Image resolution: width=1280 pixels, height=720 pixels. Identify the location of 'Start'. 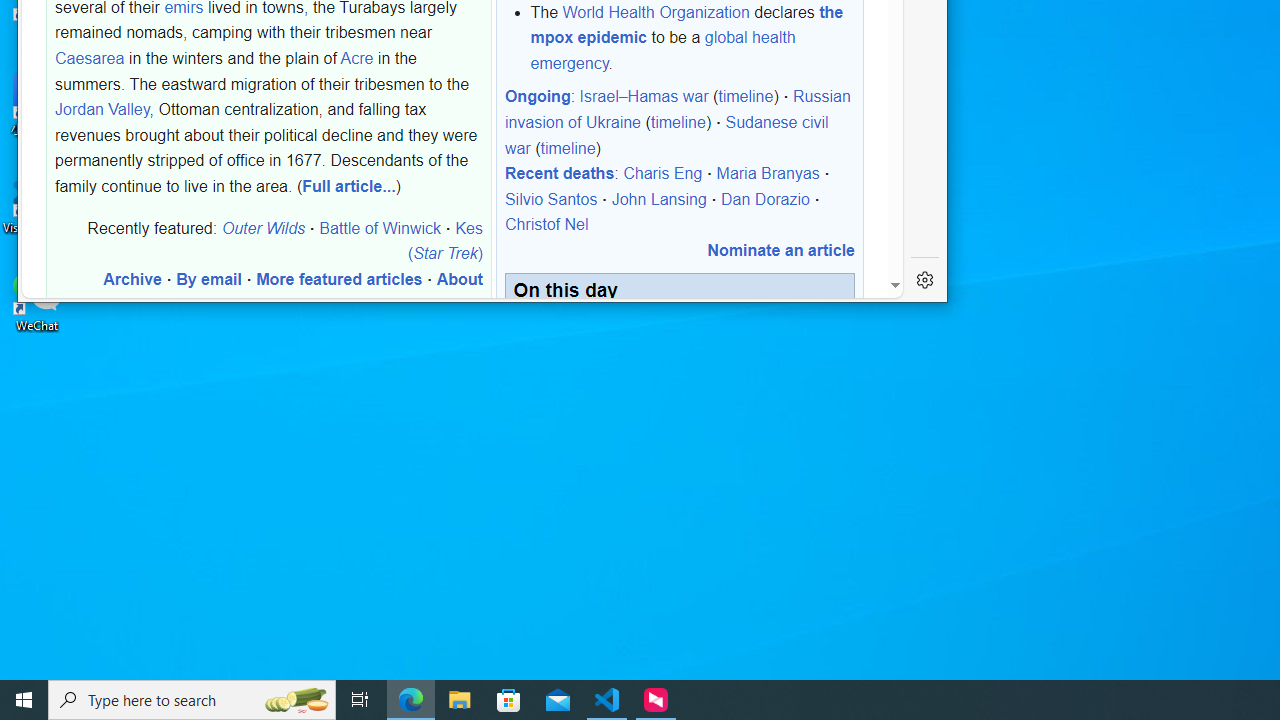
(24, 698).